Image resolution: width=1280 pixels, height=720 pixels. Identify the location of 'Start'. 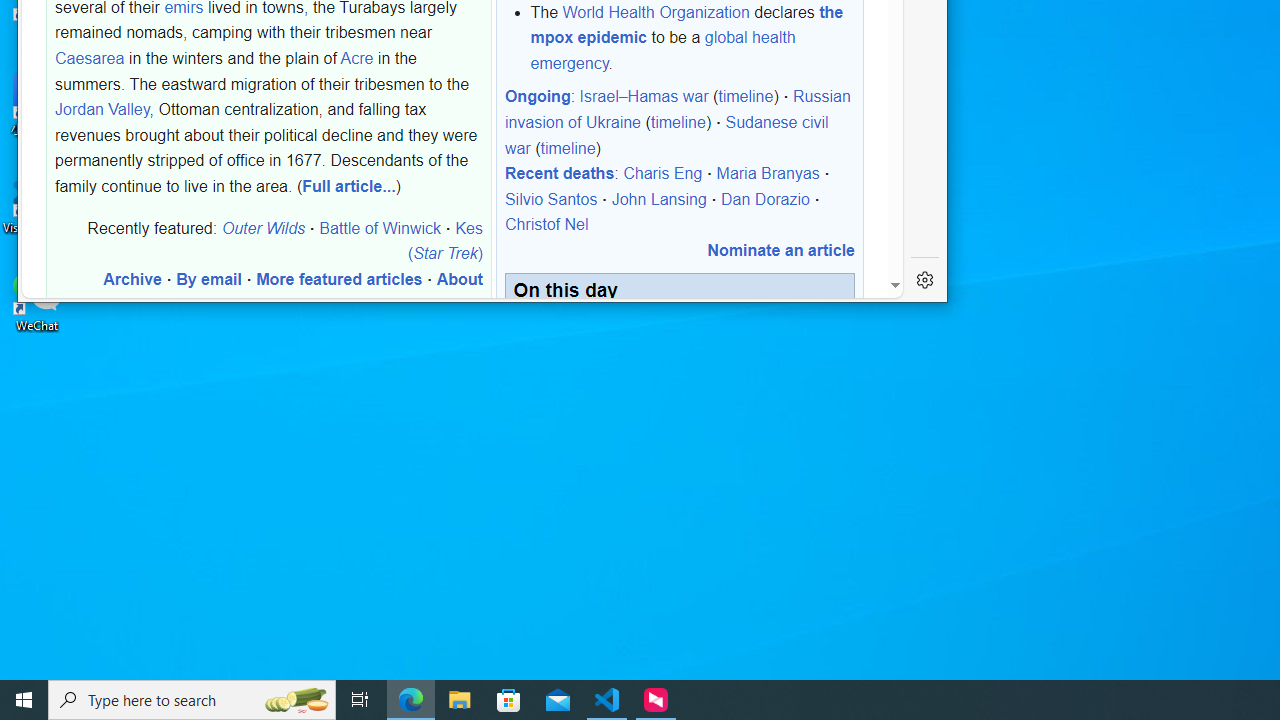
(24, 698).